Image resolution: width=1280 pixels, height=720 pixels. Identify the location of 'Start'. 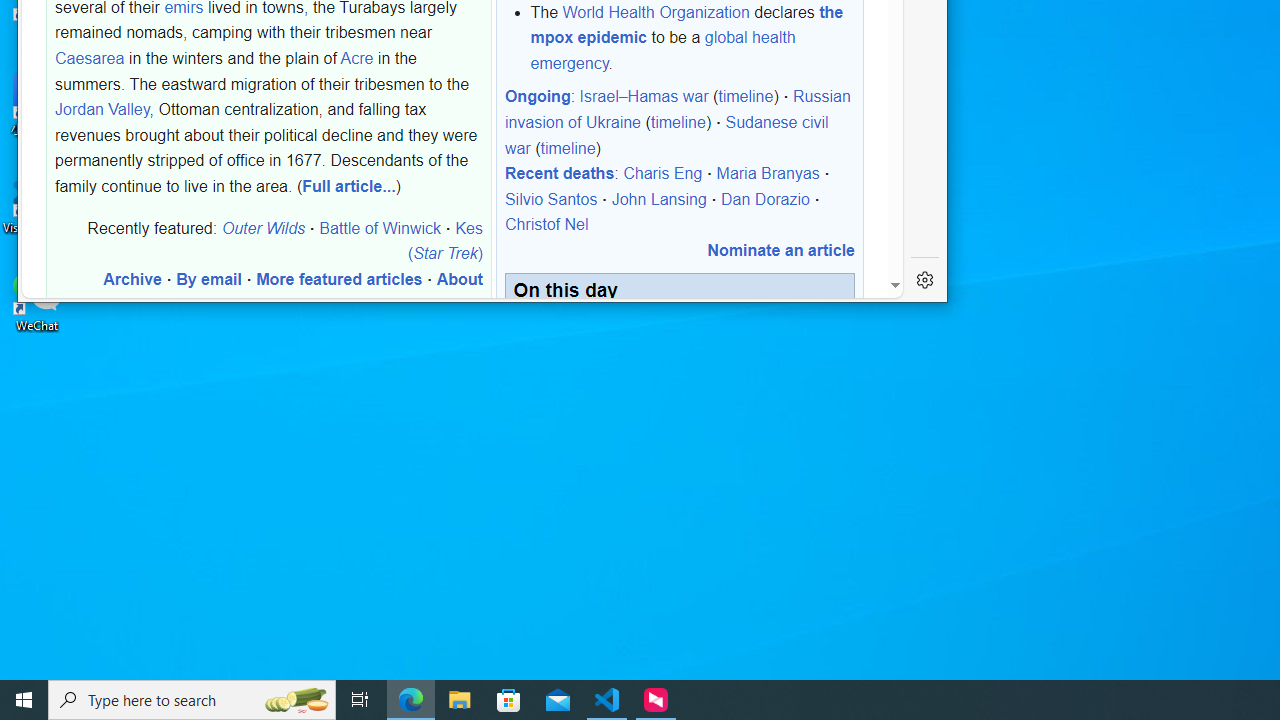
(24, 698).